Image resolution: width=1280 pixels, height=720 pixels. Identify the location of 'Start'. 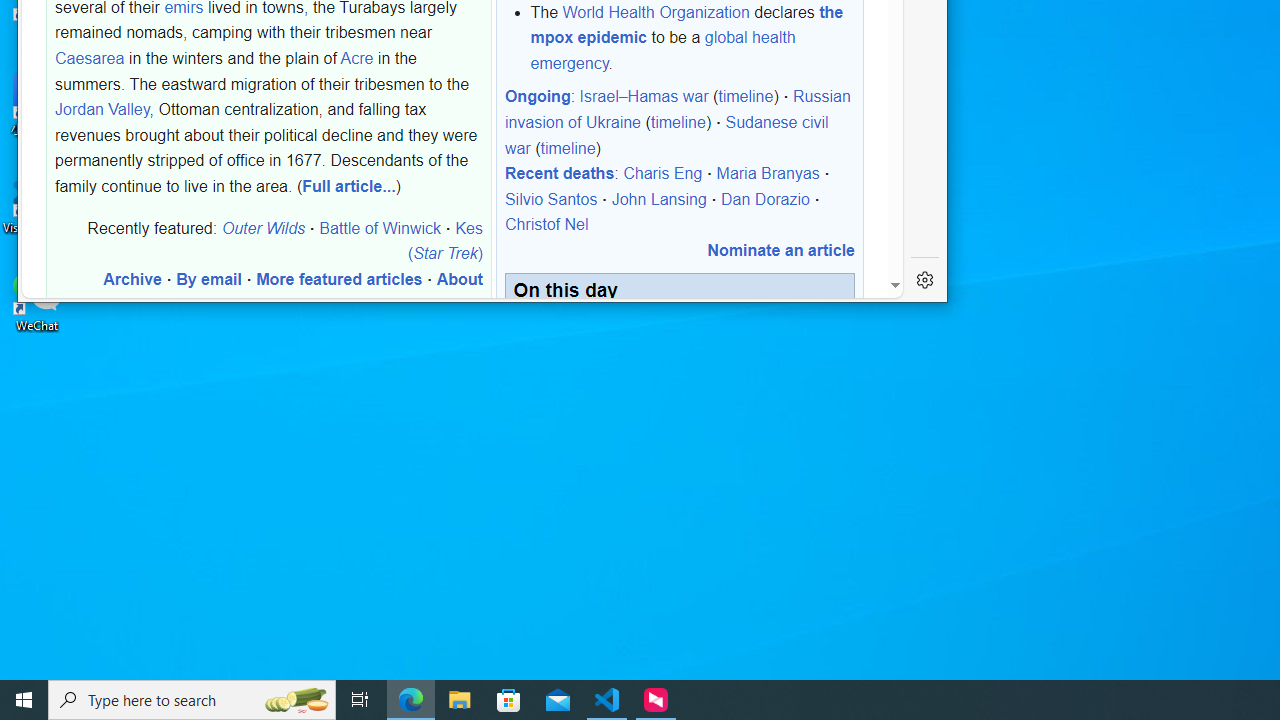
(24, 698).